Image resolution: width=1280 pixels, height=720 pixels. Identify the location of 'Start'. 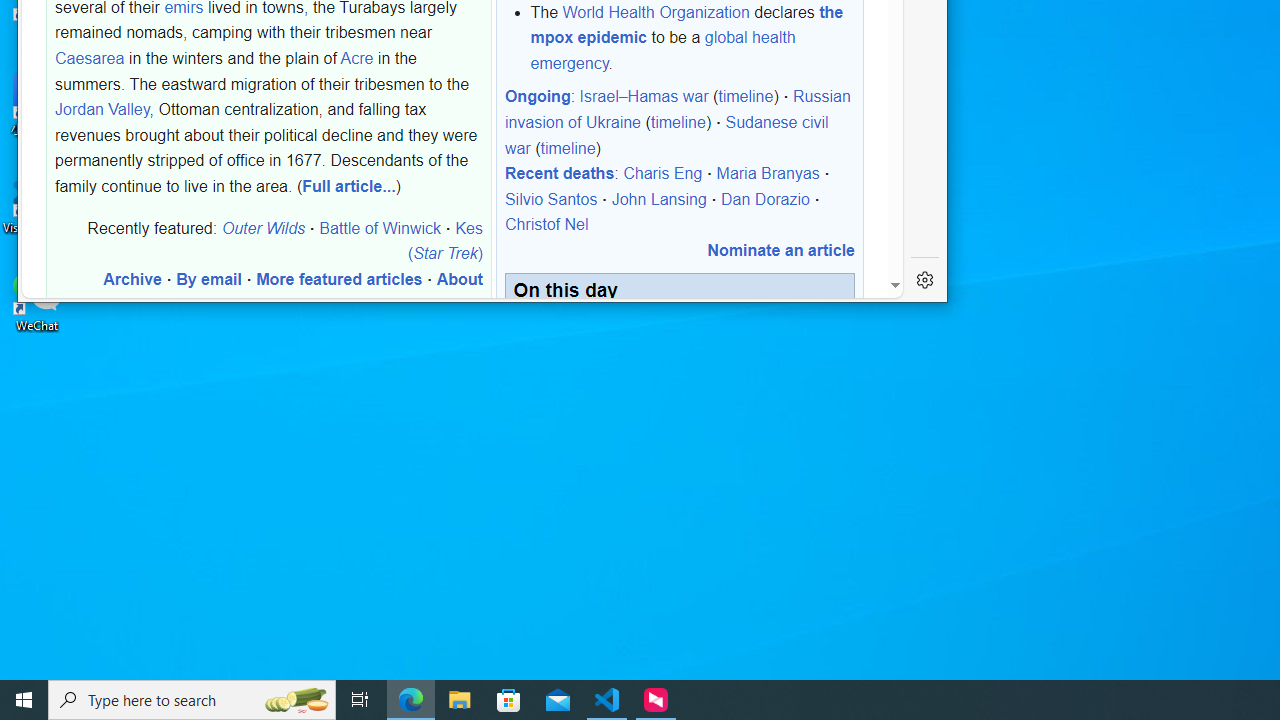
(24, 698).